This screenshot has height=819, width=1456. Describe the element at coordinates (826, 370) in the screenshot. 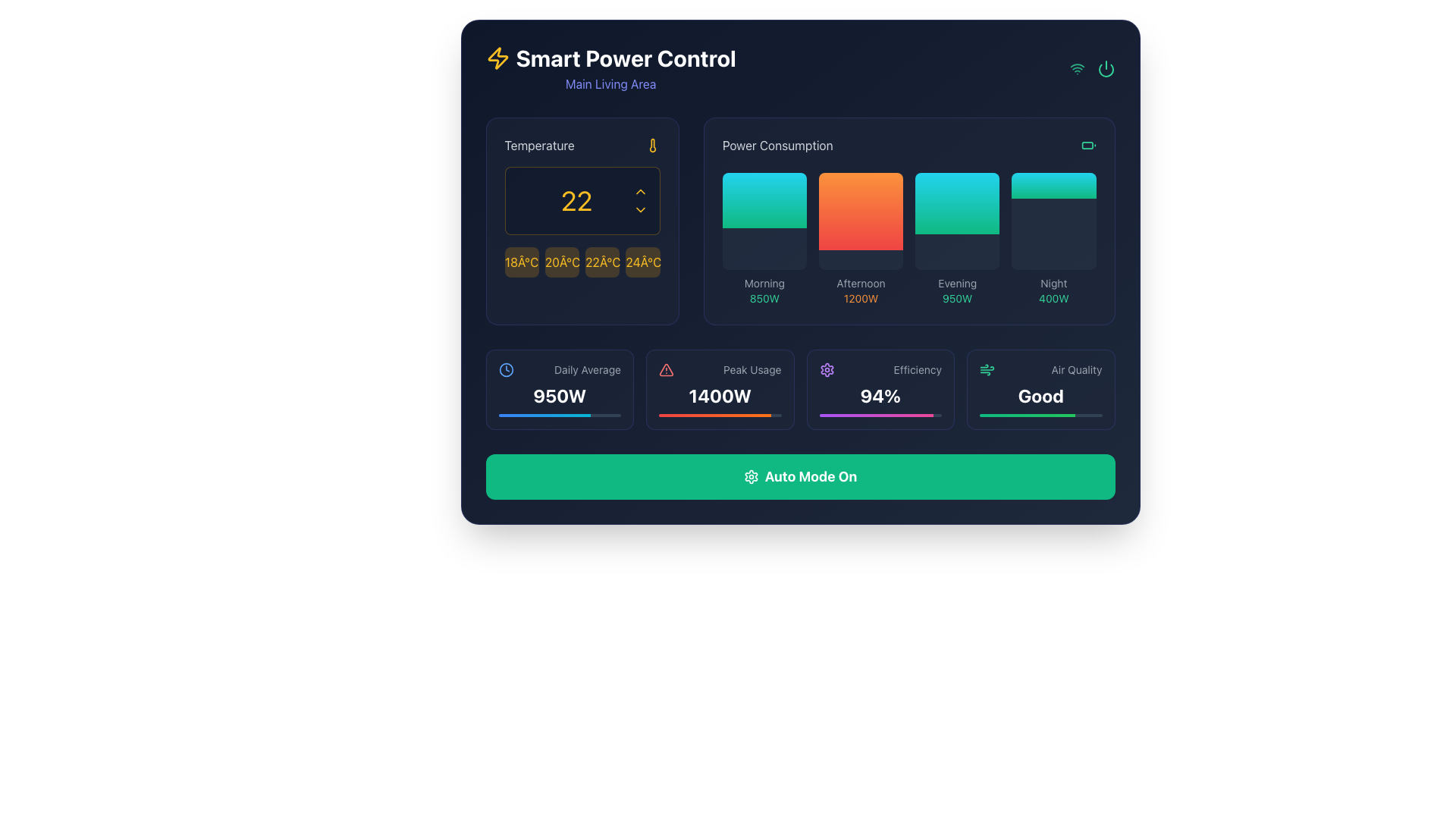

I see `the settings icon located in the top-left corner of the 'Efficiency' panel` at that location.